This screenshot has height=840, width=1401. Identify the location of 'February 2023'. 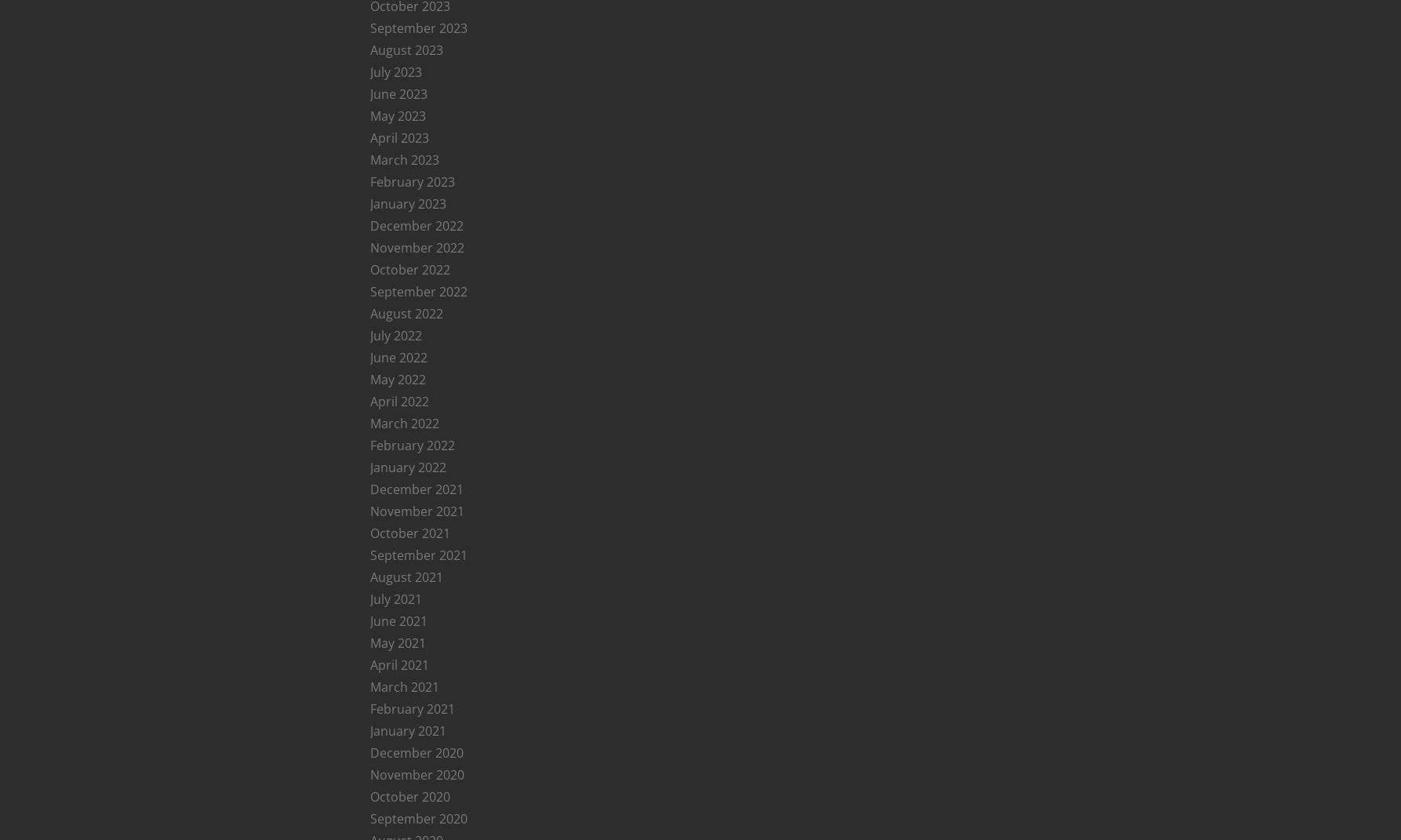
(411, 181).